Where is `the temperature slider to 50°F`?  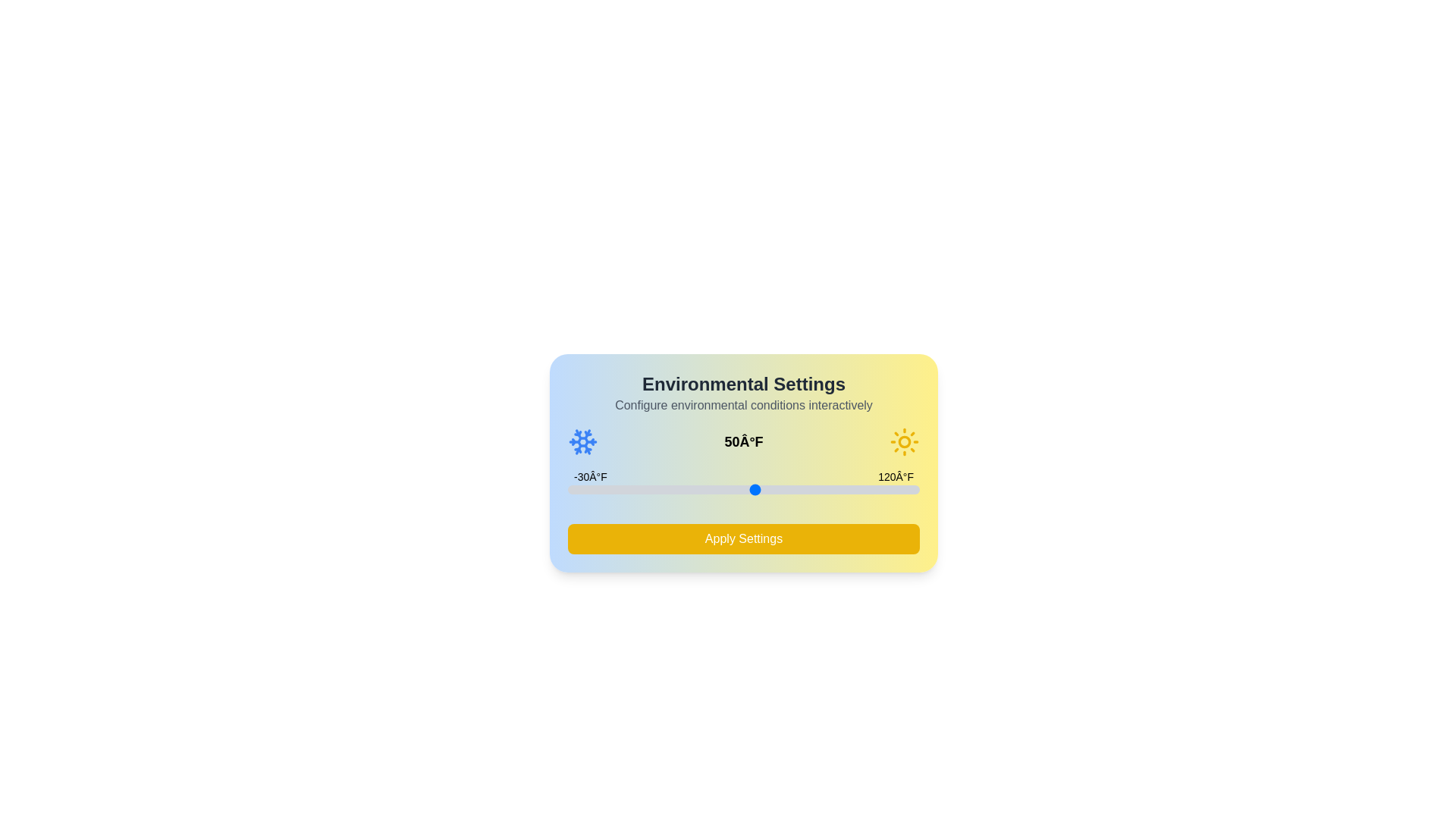
the temperature slider to 50°F is located at coordinates (755, 489).